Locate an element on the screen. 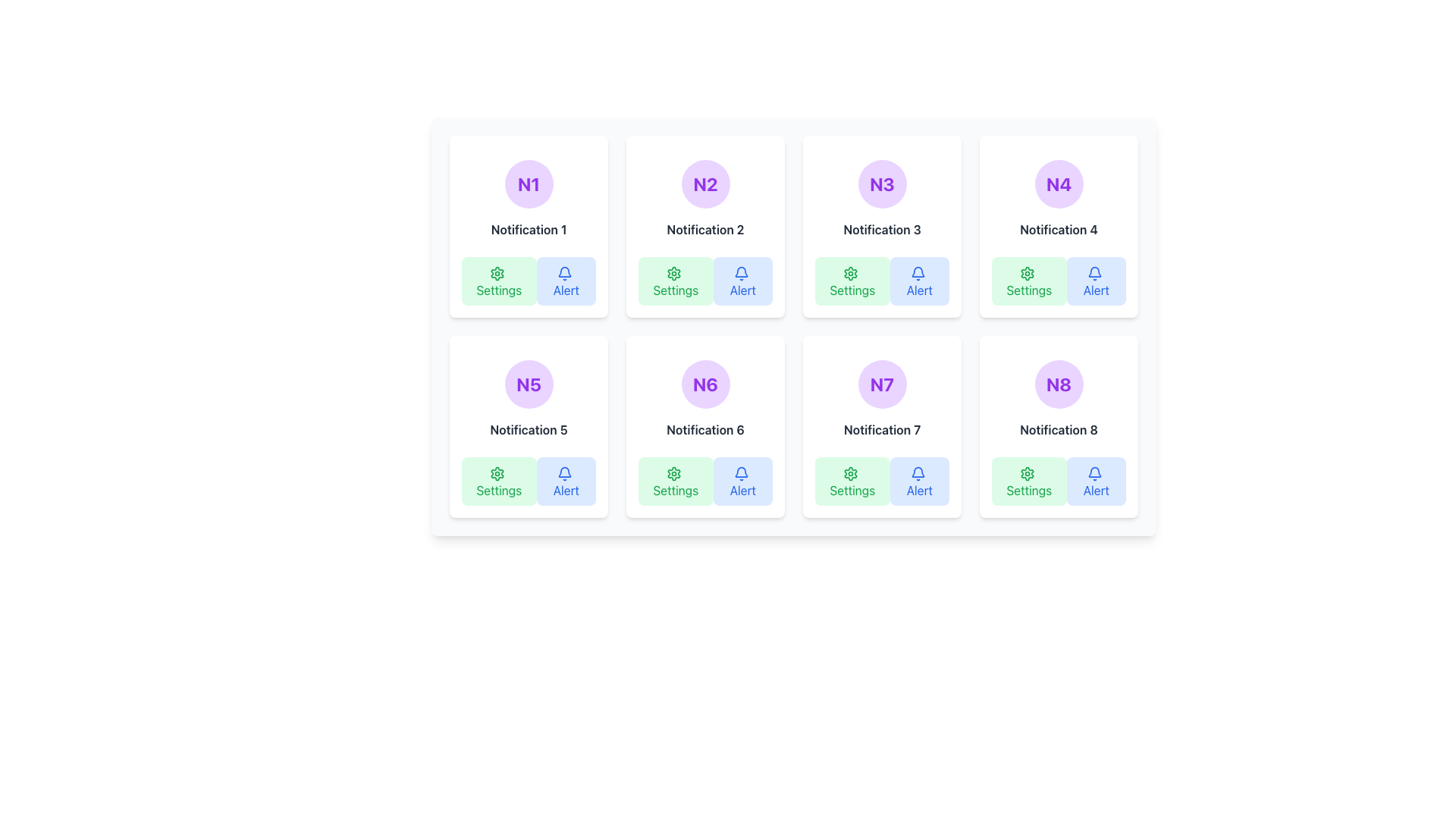  the 'Settings' icon located in the 'Notification 1' card is located at coordinates (497, 271).